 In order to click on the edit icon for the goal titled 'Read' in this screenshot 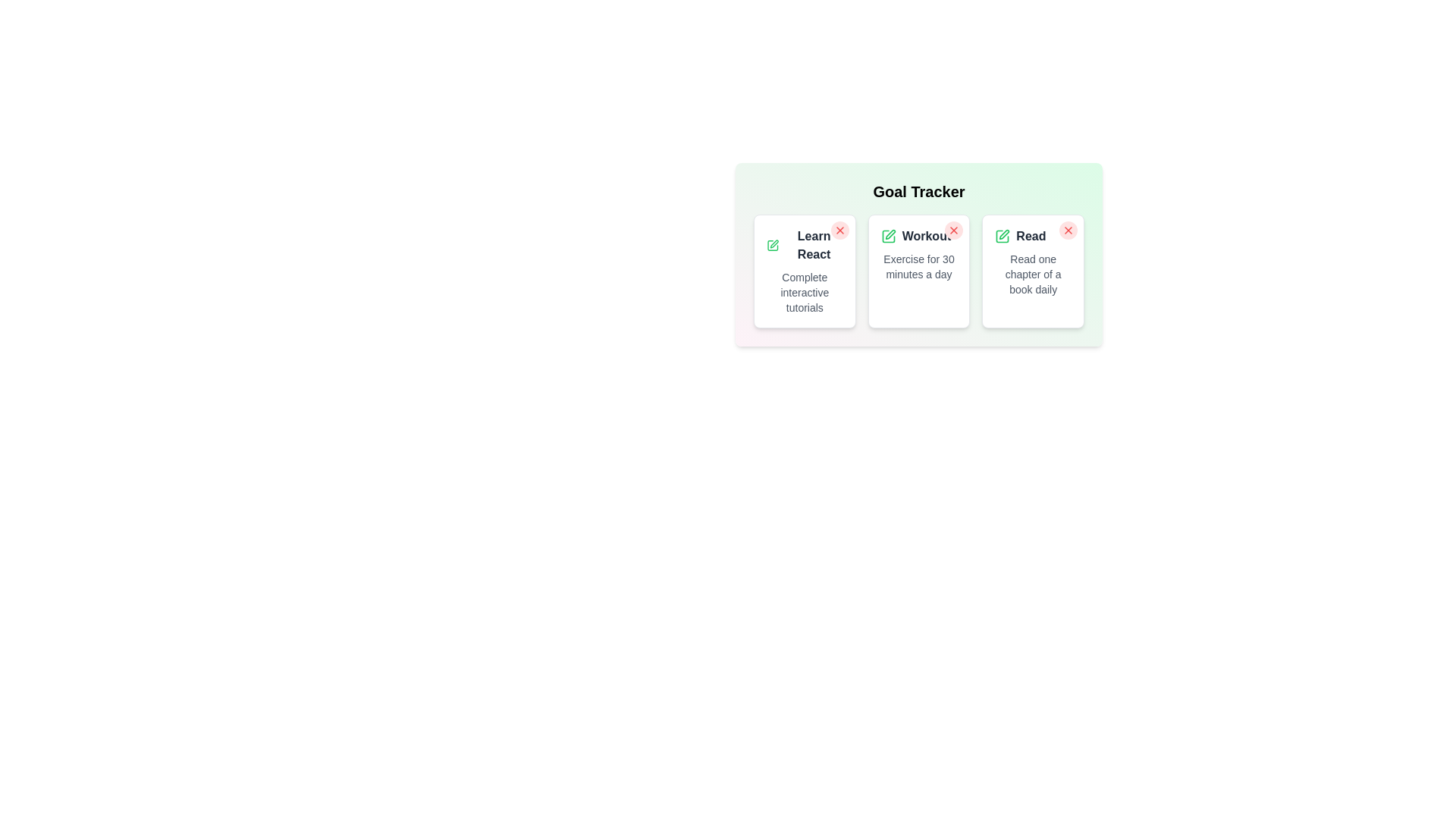, I will do `click(1002, 237)`.